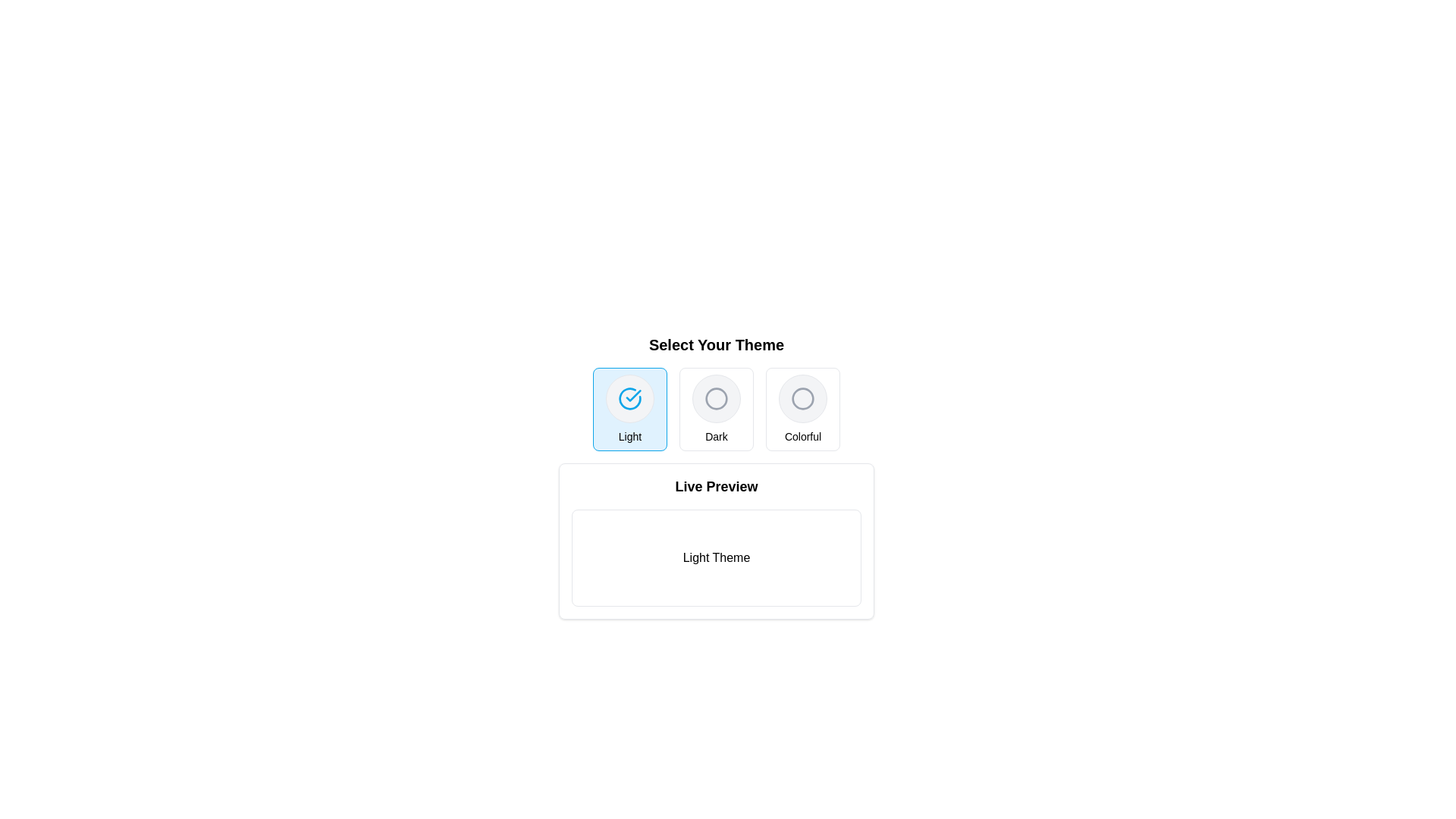 The image size is (1456, 819). I want to click on the 'Dark' theme icon, which is the centerpiece within the middle theme selection option, so click(716, 397).